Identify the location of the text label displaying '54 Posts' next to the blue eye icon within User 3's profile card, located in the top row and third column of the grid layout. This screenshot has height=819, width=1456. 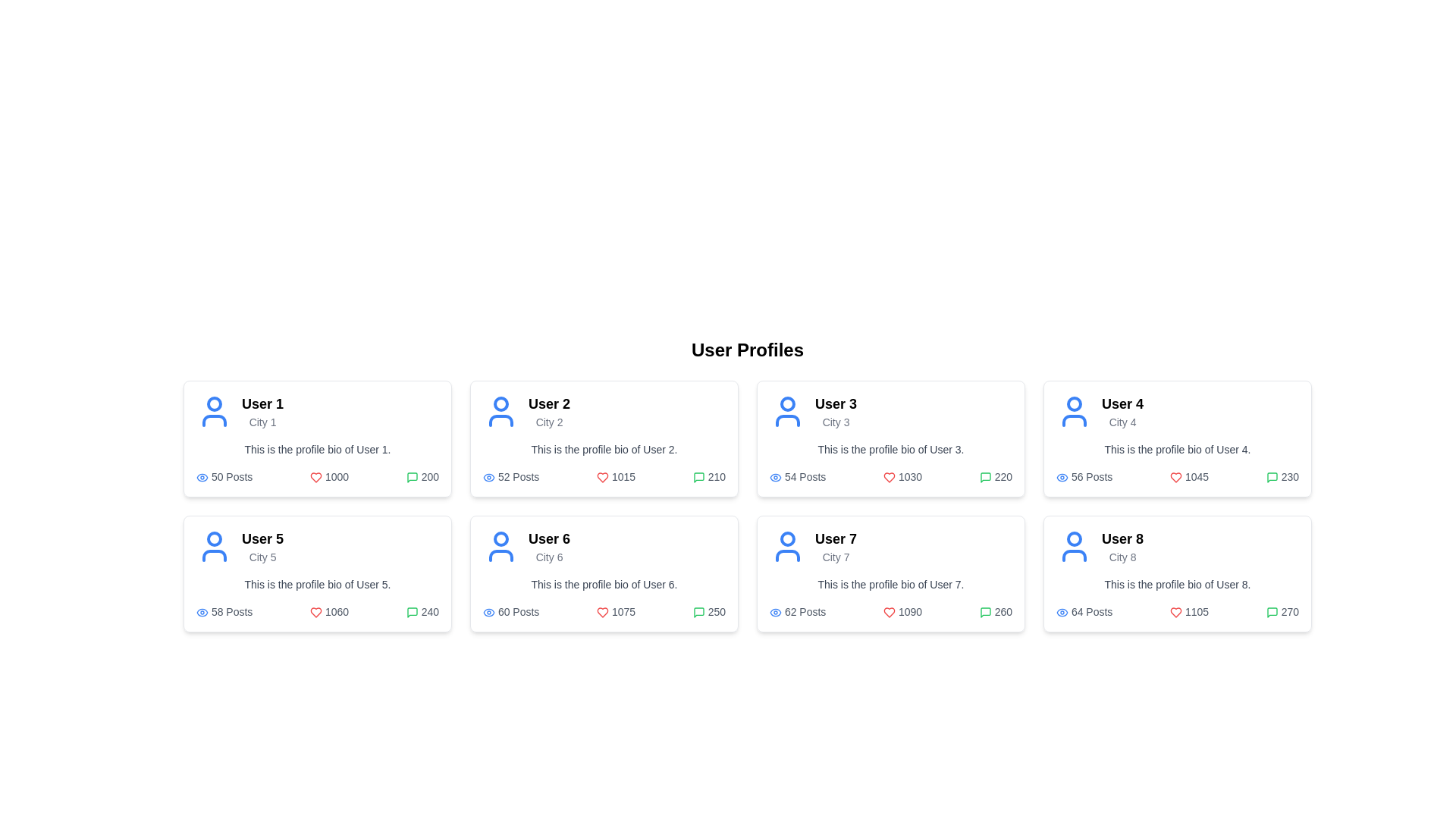
(797, 475).